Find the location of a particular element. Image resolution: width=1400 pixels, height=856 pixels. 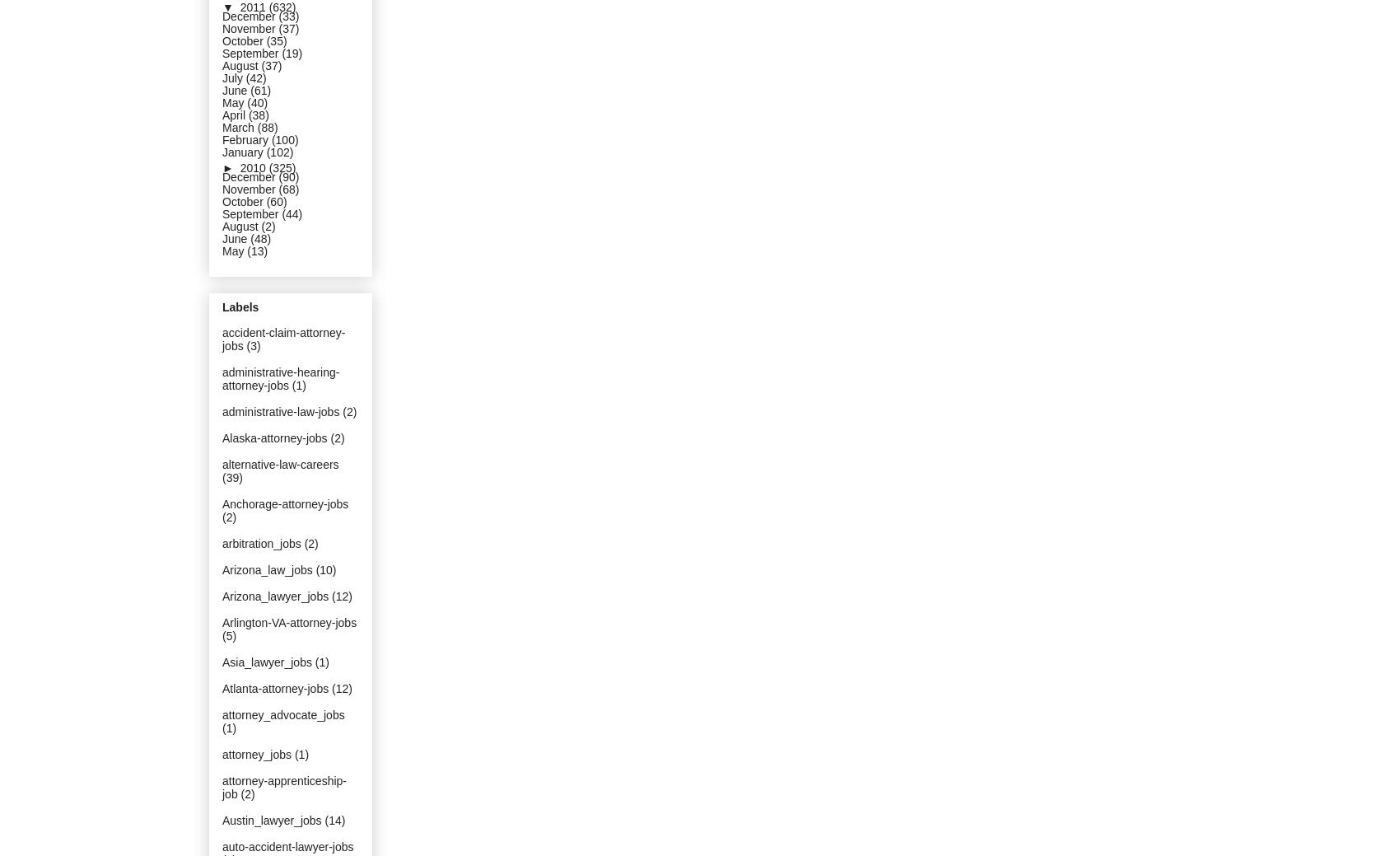

'(14)' is located at coordinates (334, 820).